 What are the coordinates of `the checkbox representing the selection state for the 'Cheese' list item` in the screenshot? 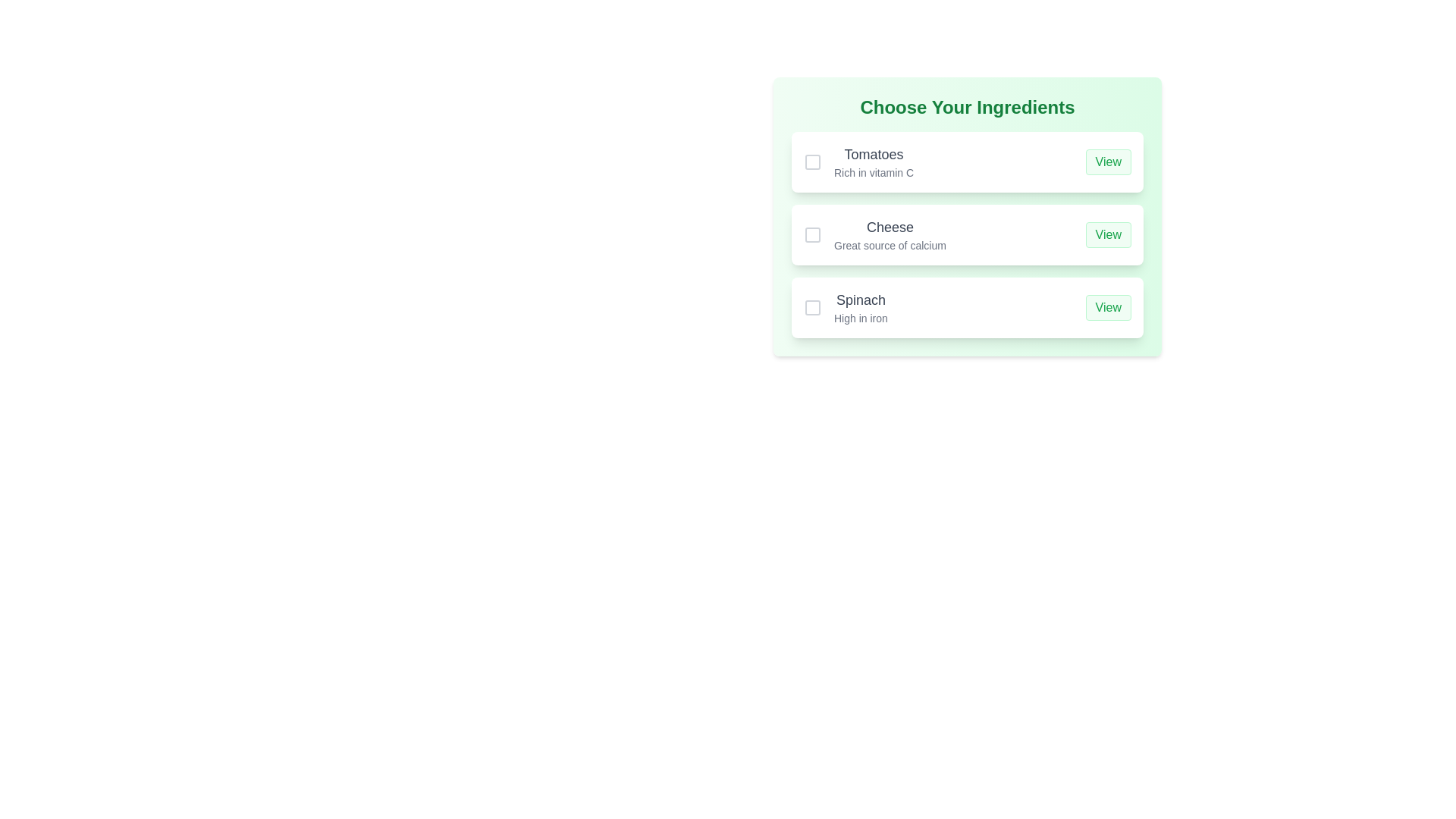 It's located at (811, 234).